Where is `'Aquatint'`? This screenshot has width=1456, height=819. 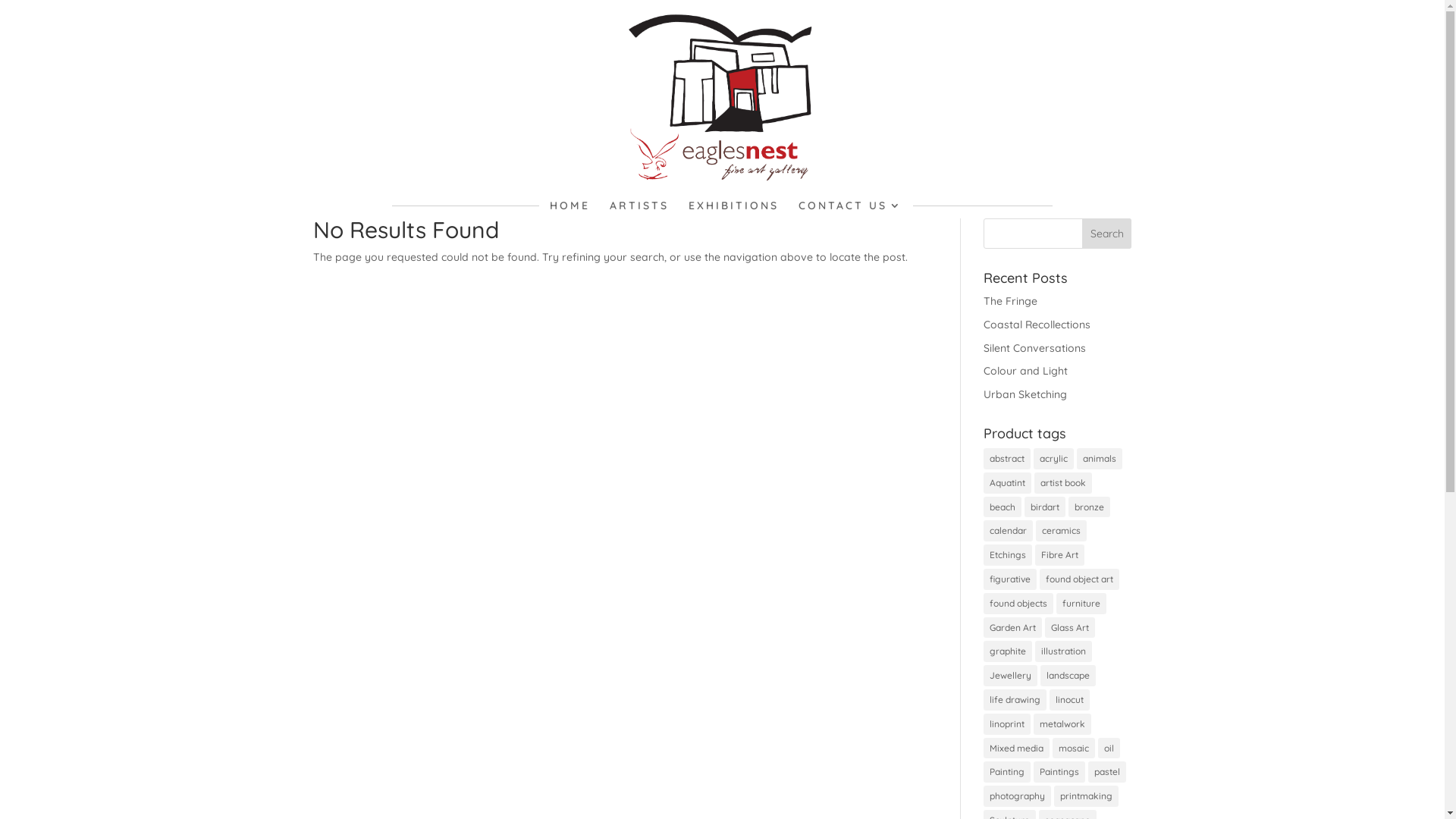
'Aquatint' is located at coordinates (983, 482).